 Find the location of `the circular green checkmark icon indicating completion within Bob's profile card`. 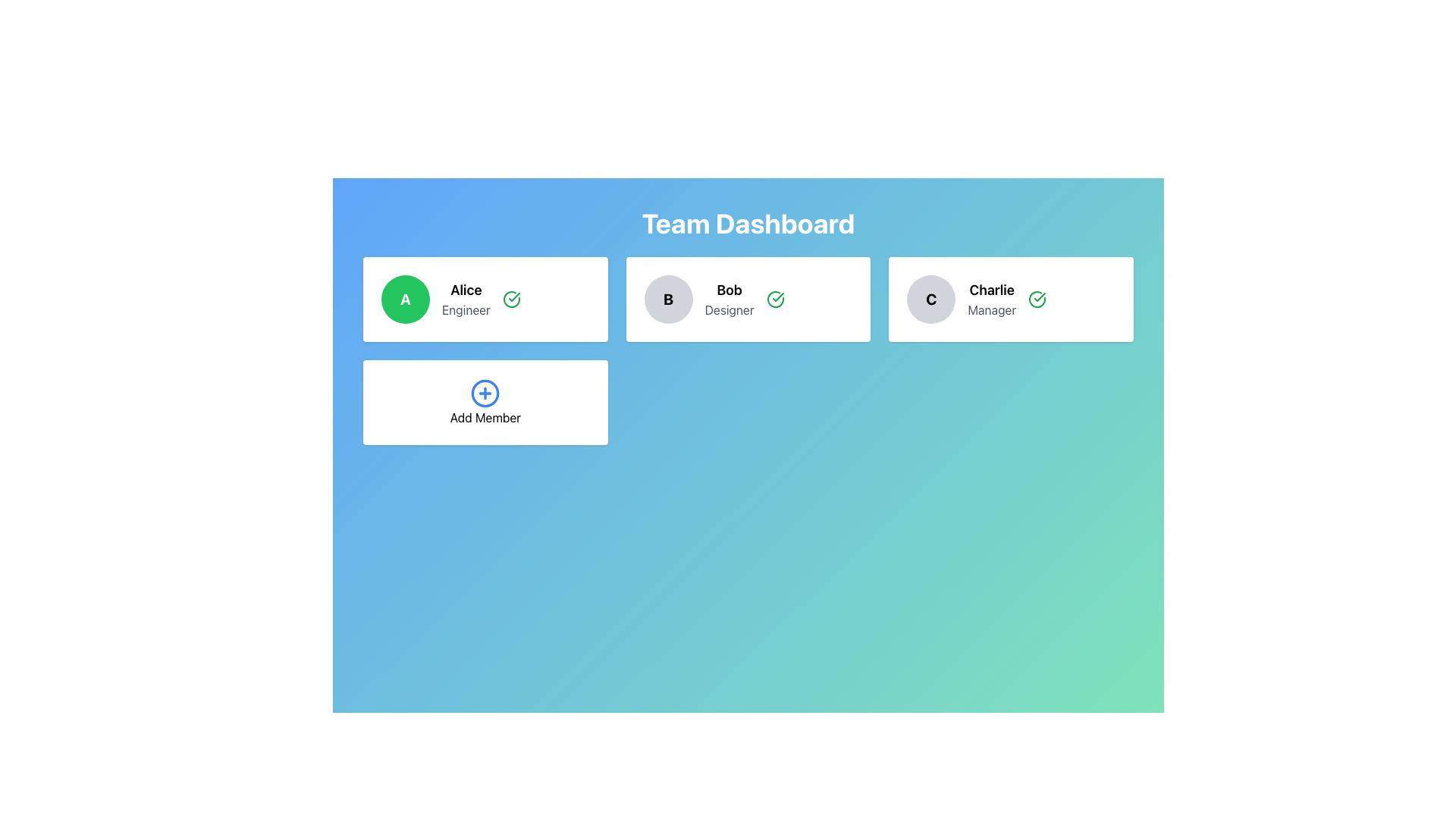

the circular green checkmark icon indicating completion within Bob's profile card is located at coordinates (775, 299).